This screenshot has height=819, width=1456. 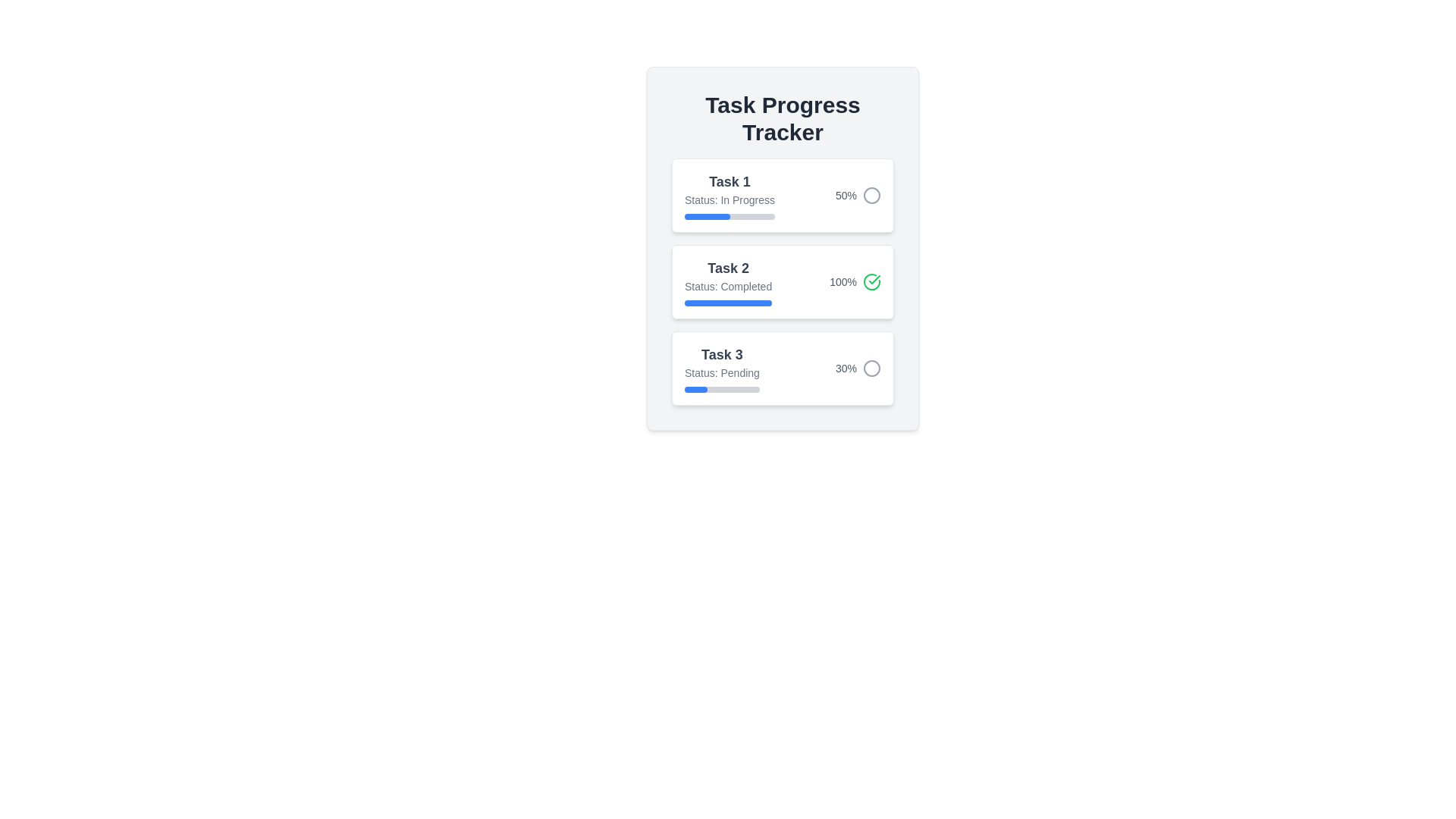 I want to click on the progress percentage indicator for Task 1, which shows '50%' next to a decorative icon in the top-right corner of the Task Progress Tracker box, so click(x=858, y=195).